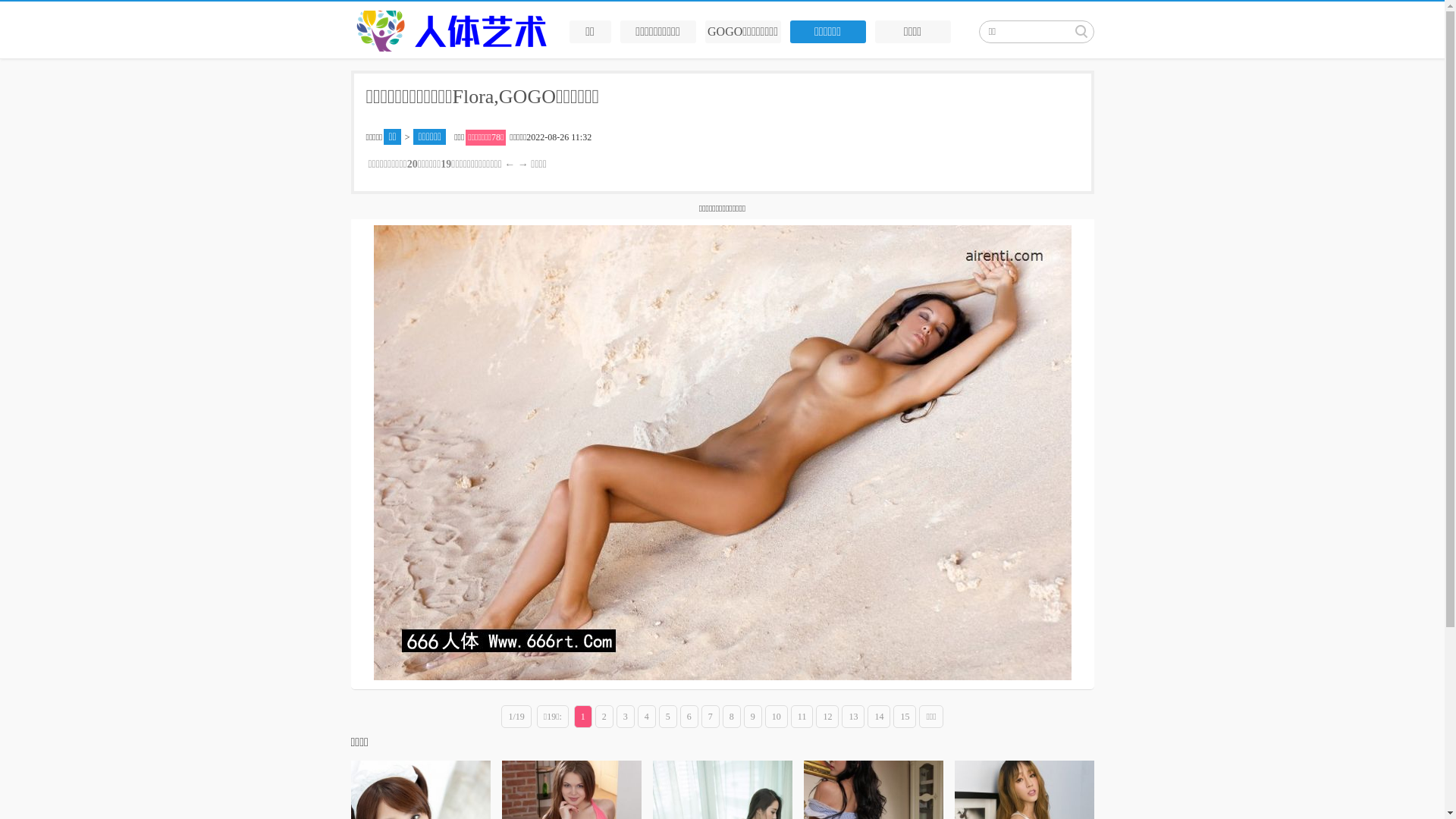 Image resolution: width=1456 pixels, height=819 pixels. What do you see at coordinates (801, 717) in the screenshot?
I see `'11'` at bounding box center [801, 717].